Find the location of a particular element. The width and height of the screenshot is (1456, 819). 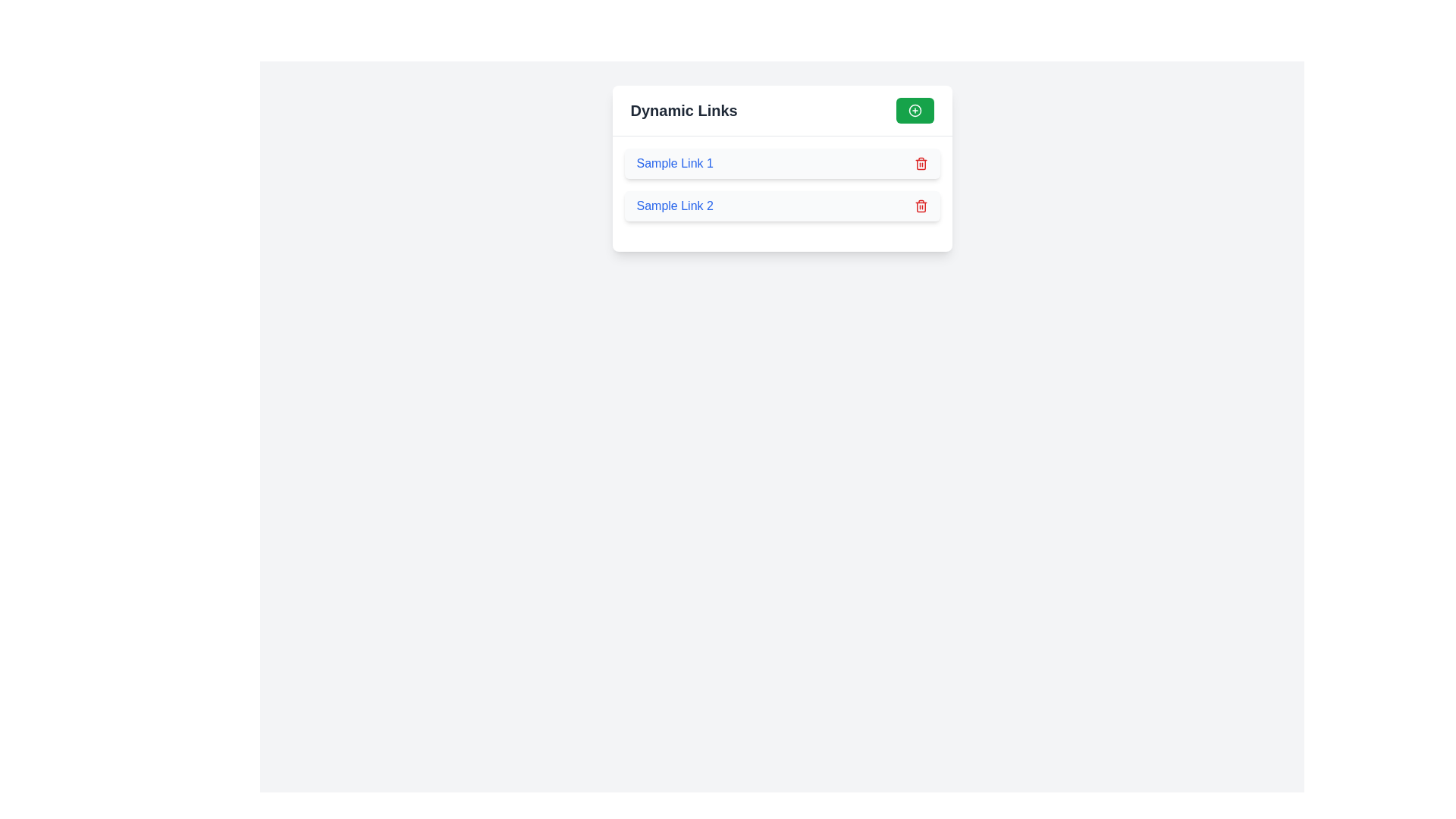

the circular green icon with a white '+' symbol located near the top-right corner of the 'Dynamic Links' panel is located at coordinates (914, 110).